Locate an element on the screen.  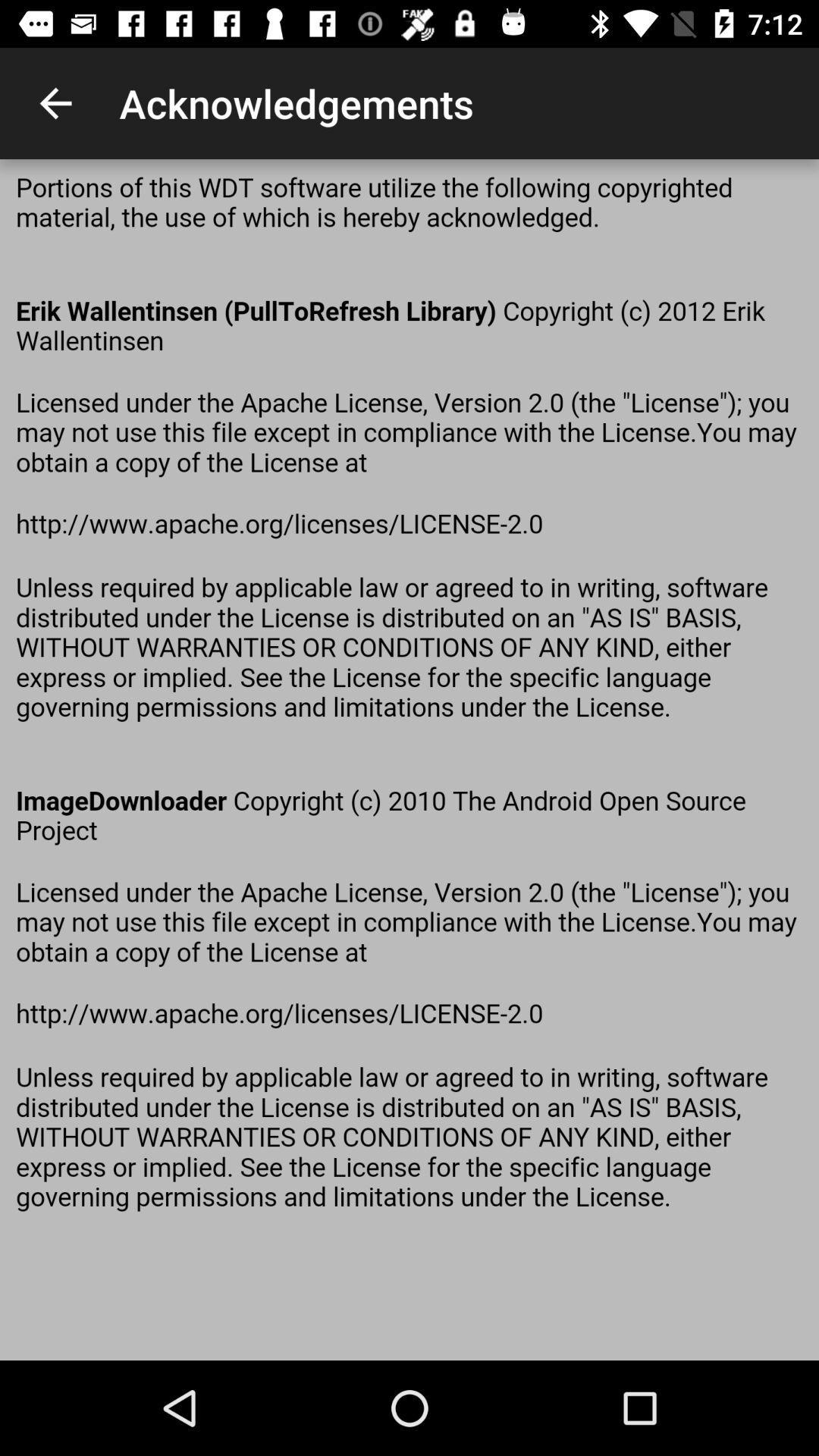
files is located at coordinates (409, 760).